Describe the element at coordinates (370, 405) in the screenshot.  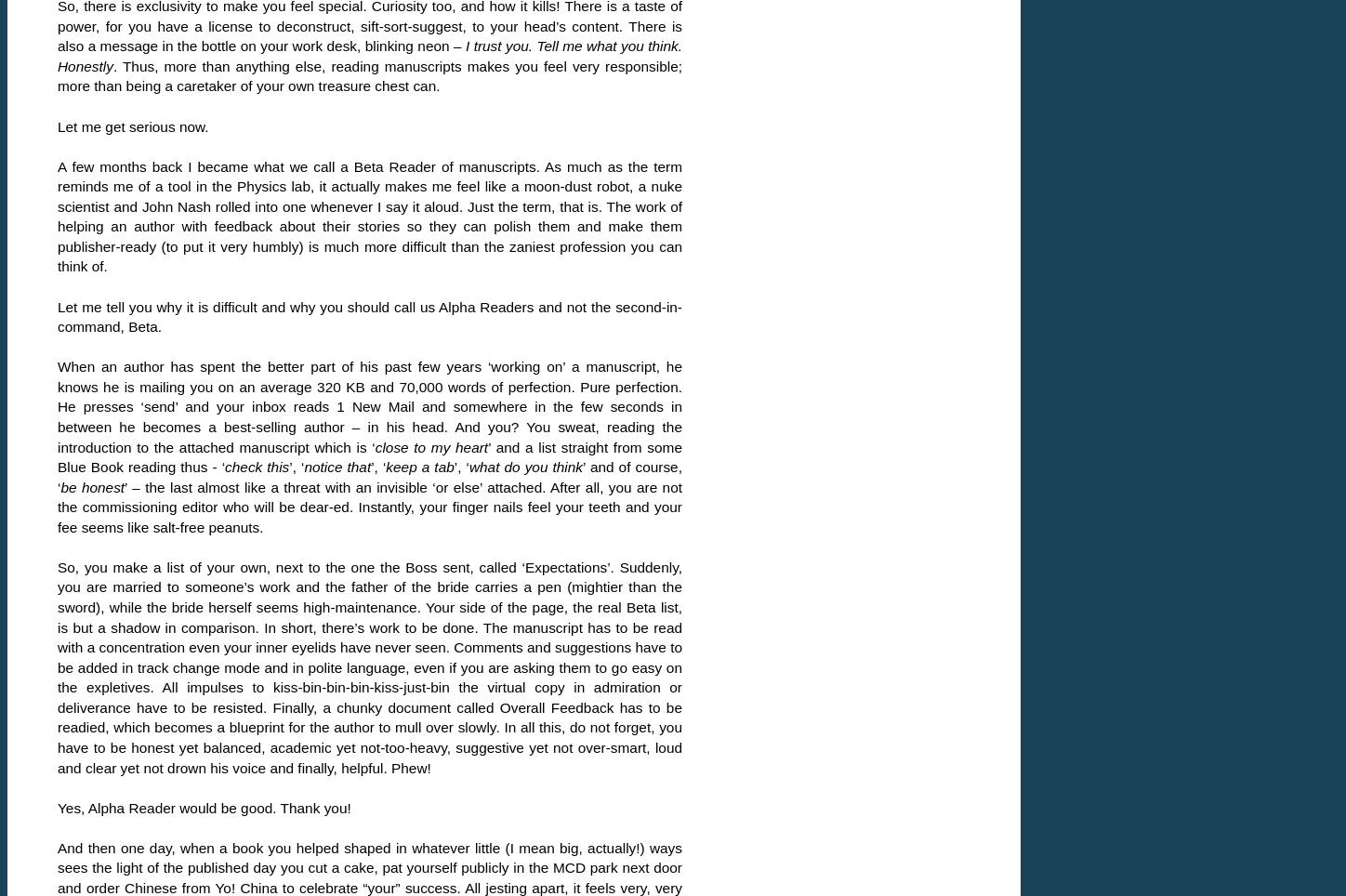
I see `'When an author has spent the better part of his past few years ‘working on’ a manuscript, he knows he is mailing you on an average 320 KB and 70,000 words of perfection. Pure perfection. He presses ‘send’ and your inbox reads 1 New Mail and somewhere in the few seconds in between he becomes a best-selling author – in his head. And you? You sweat, reading the introduction to the attached manuscript which is ‘'` at that location.